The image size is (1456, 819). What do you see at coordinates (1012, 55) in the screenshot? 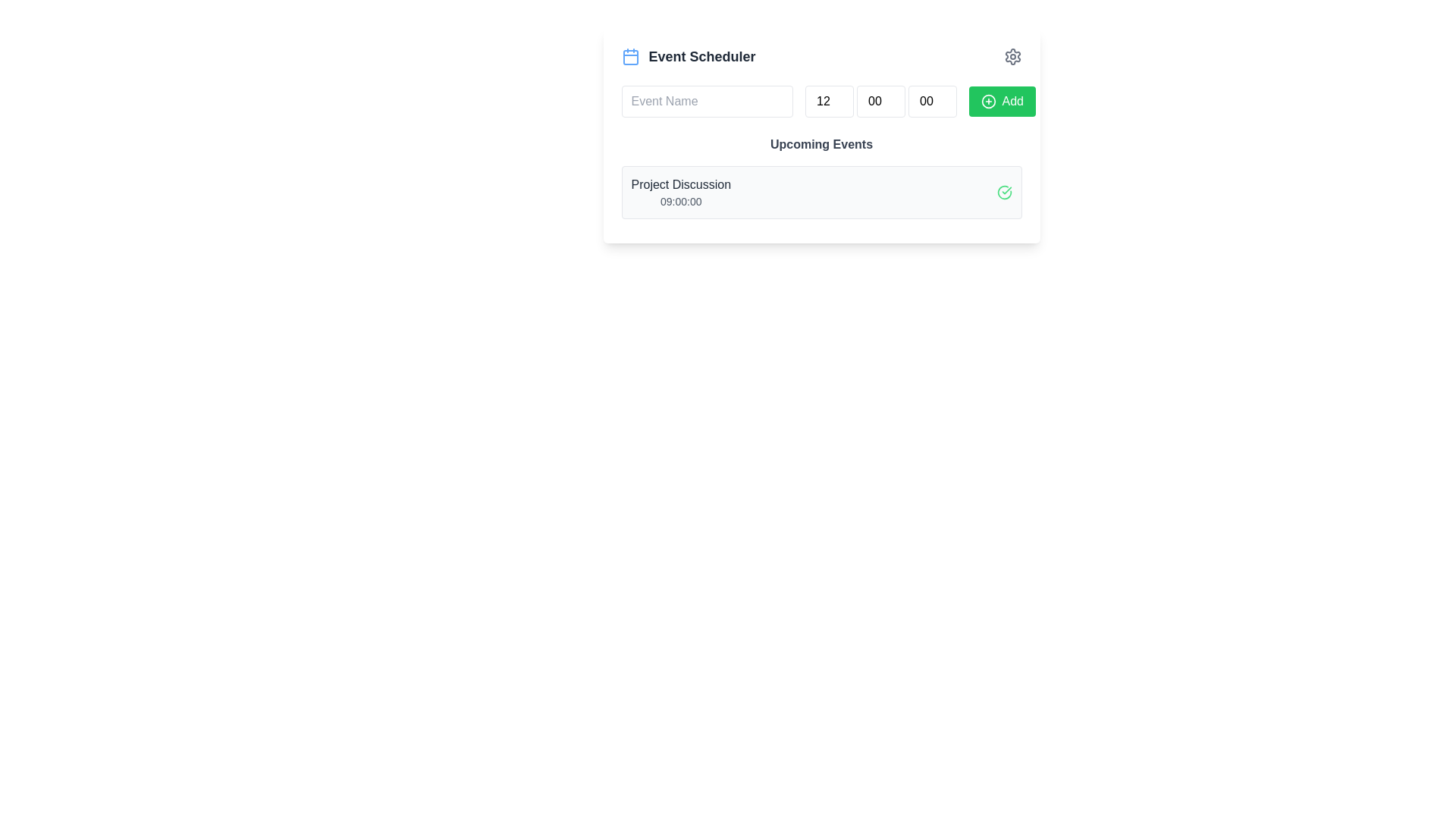
I see `the settings icon located in the top-right corner of the 'Event Scheduler' interface` at bounding box center [1012, 55].